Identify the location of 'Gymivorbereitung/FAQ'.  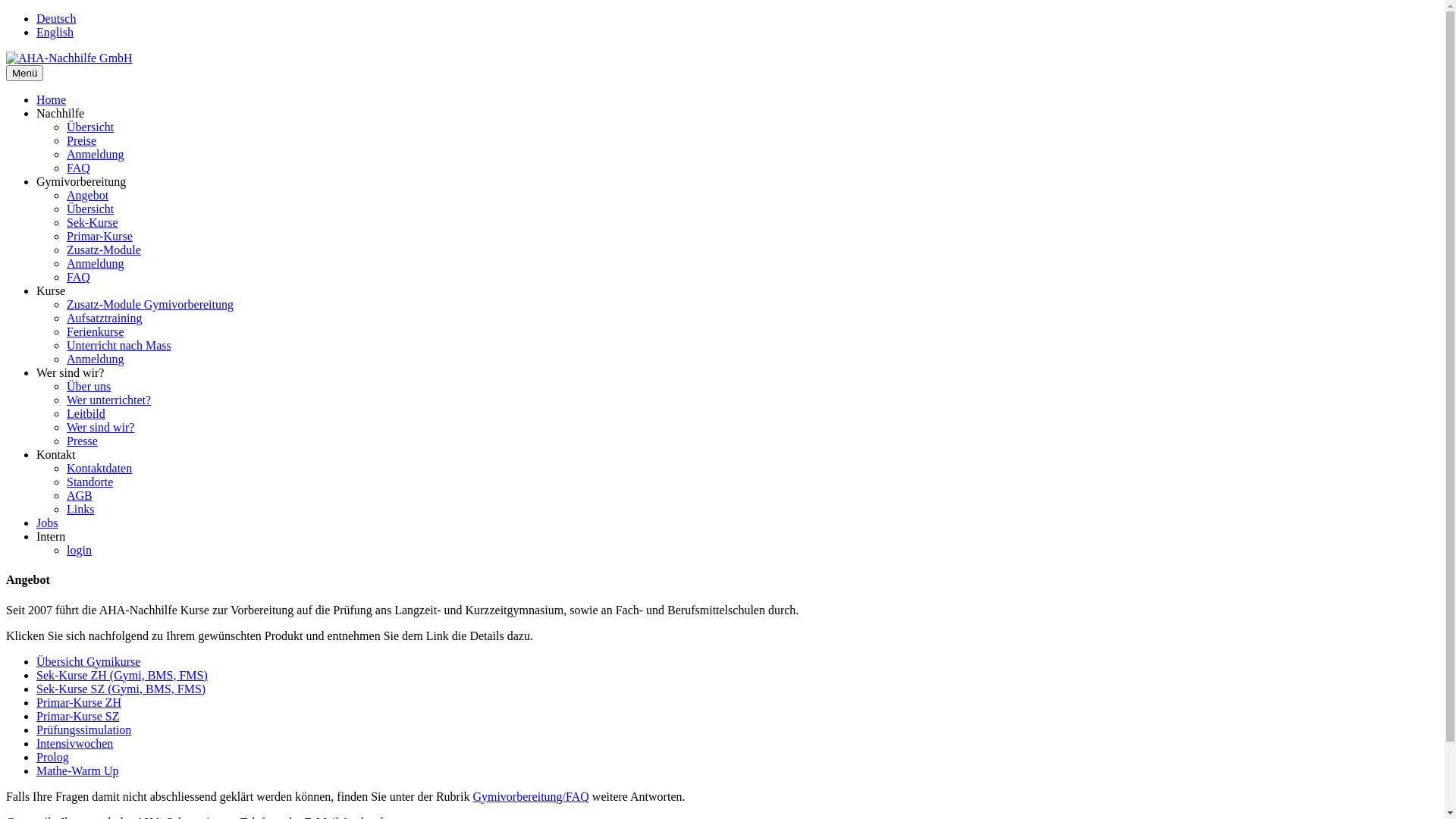
(530, 795).